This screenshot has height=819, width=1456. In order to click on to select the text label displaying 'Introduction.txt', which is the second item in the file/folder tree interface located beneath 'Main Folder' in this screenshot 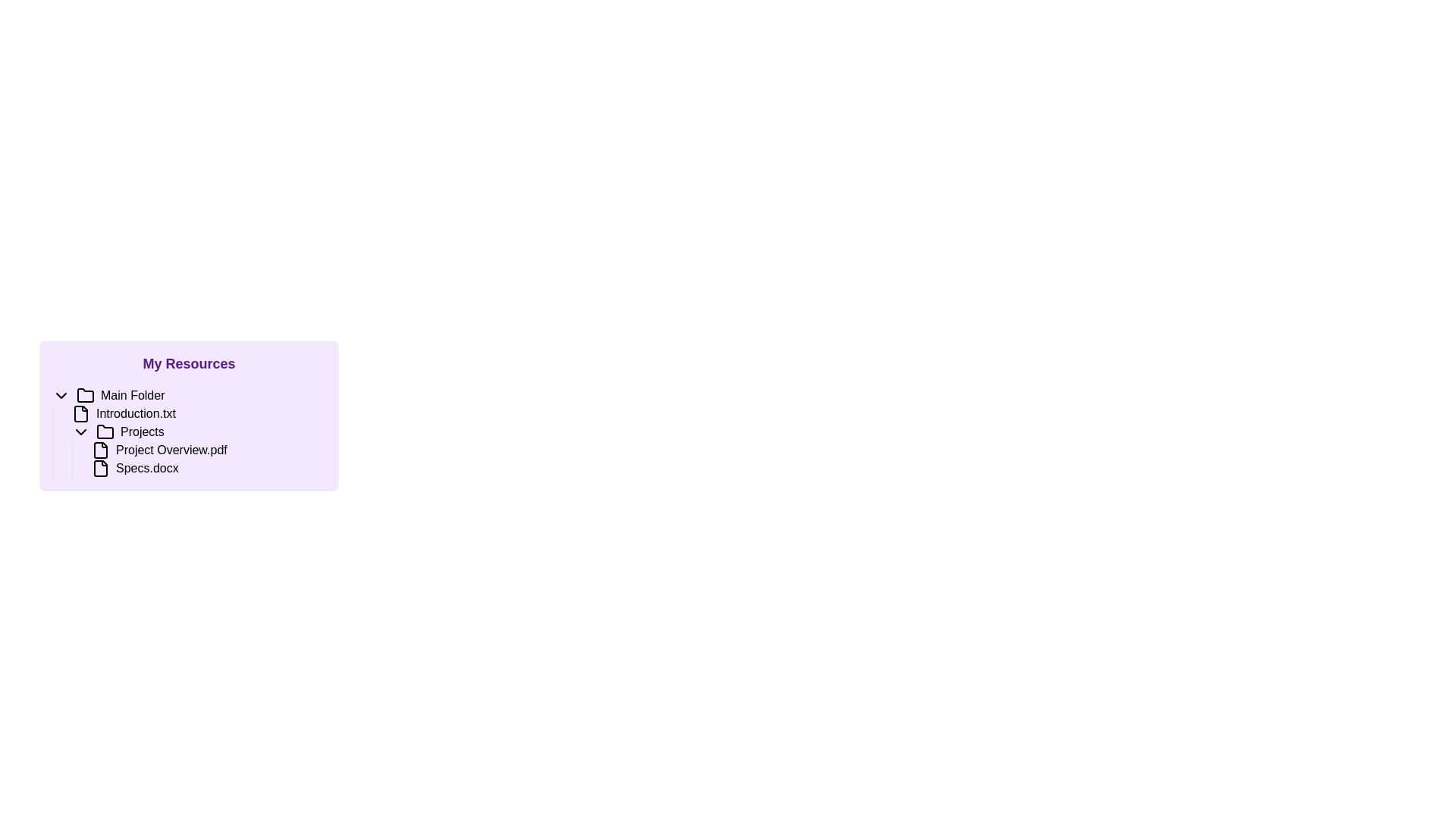, I will do `click(136, 414)`.